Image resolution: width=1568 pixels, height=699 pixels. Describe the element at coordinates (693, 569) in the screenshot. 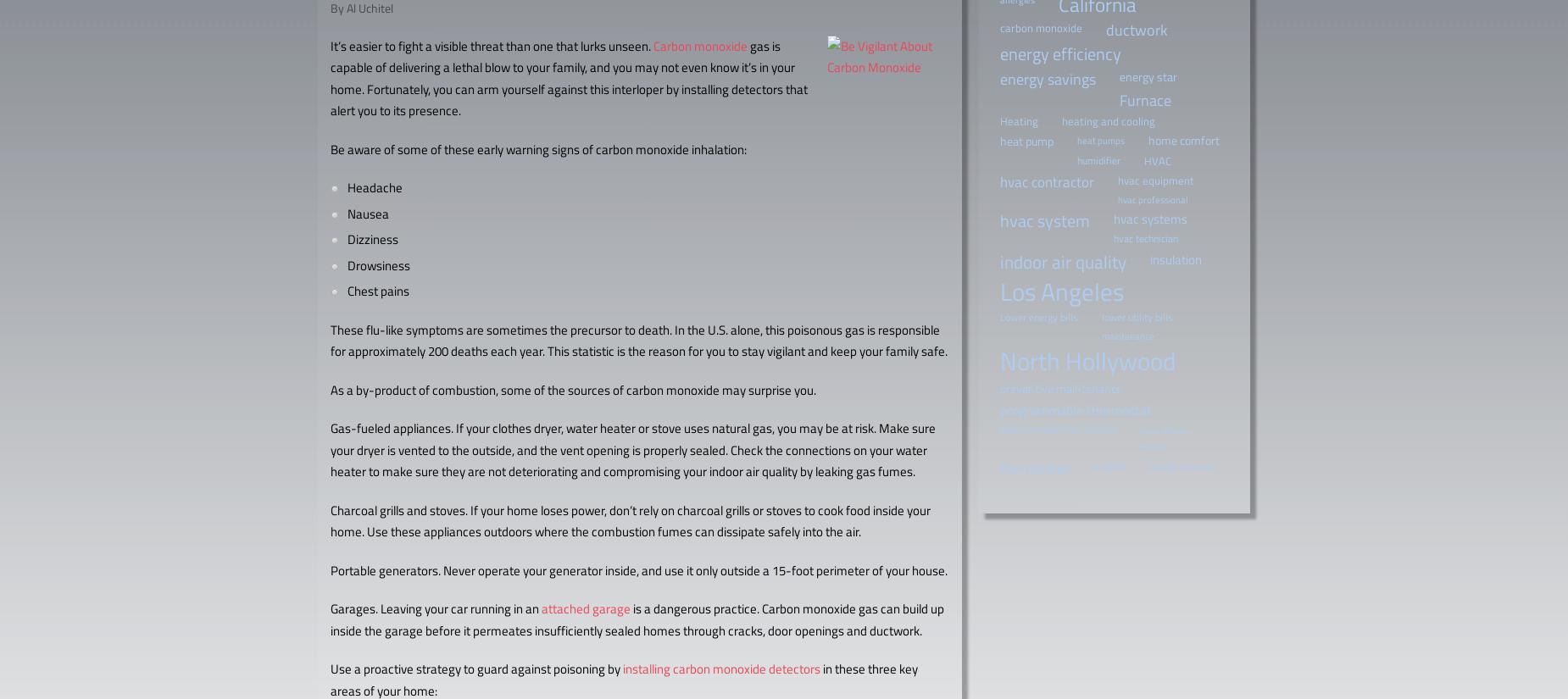

I see `'Never operate your generator inside, and use it only outside a 15-foot perimeter of your house.'` at that location.